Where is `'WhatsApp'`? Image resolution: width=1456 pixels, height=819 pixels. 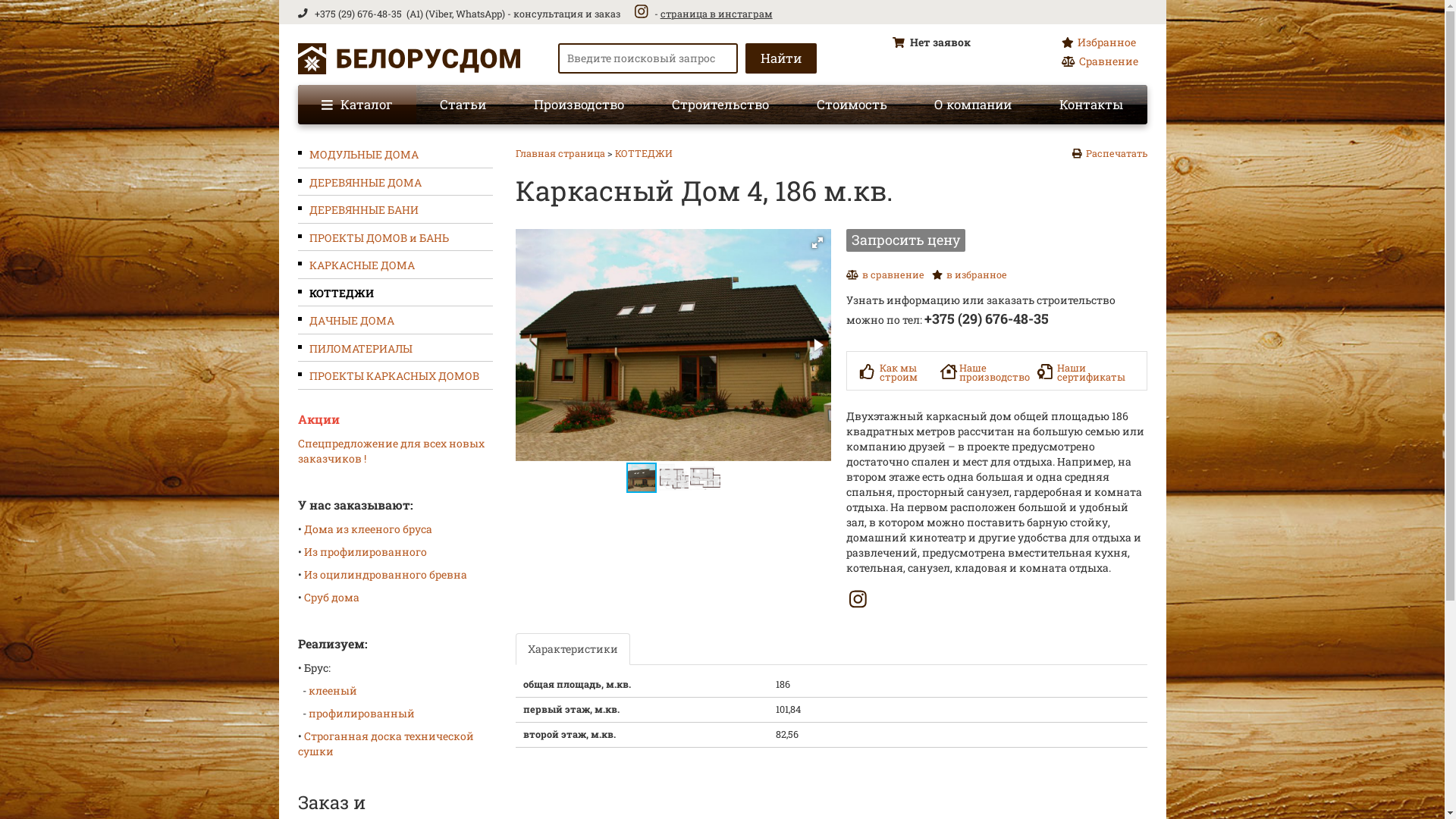
'WhatsApp' is located at coordinates (478, 14).